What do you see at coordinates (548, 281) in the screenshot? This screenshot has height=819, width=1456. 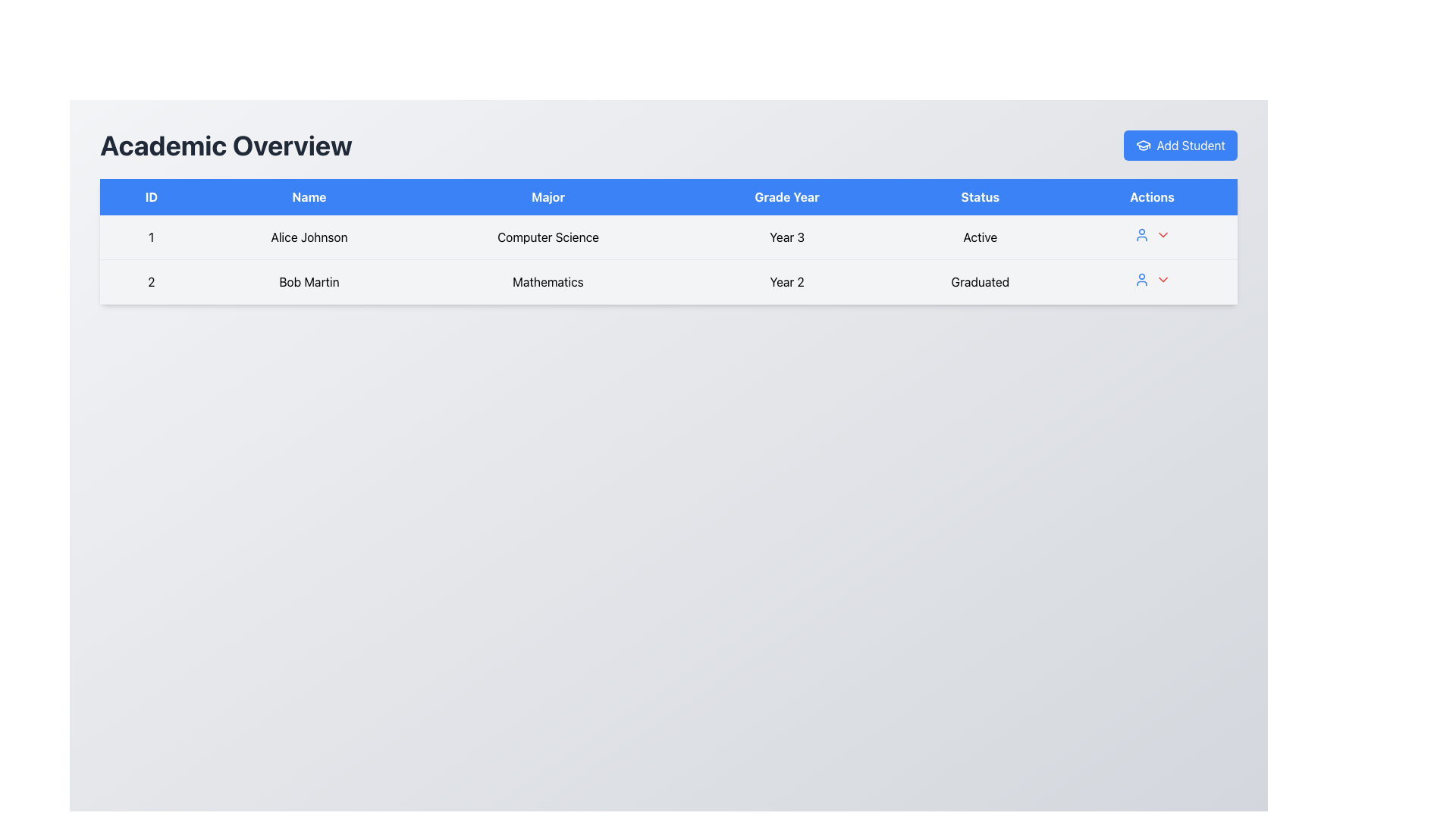 I see `the static text label displaying 'Mathematics' in the second data row of the table under the 'Major' column, positioned between 'Bob Martin' and 'Year 2'` at bounding box center [548, 281].